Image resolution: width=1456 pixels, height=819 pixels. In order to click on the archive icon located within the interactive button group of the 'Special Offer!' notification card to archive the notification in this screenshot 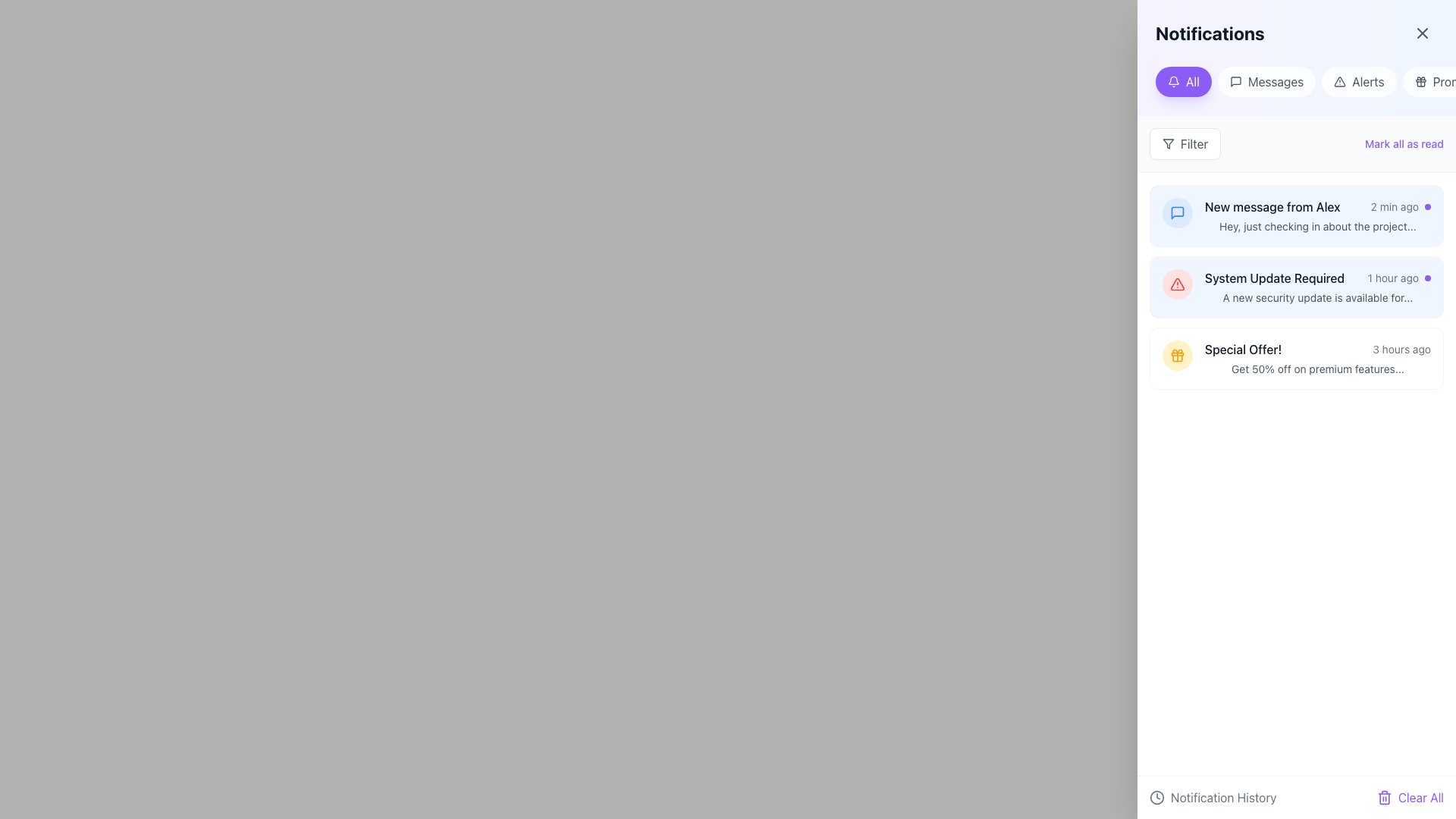, I will do `click(1388, 359)`.